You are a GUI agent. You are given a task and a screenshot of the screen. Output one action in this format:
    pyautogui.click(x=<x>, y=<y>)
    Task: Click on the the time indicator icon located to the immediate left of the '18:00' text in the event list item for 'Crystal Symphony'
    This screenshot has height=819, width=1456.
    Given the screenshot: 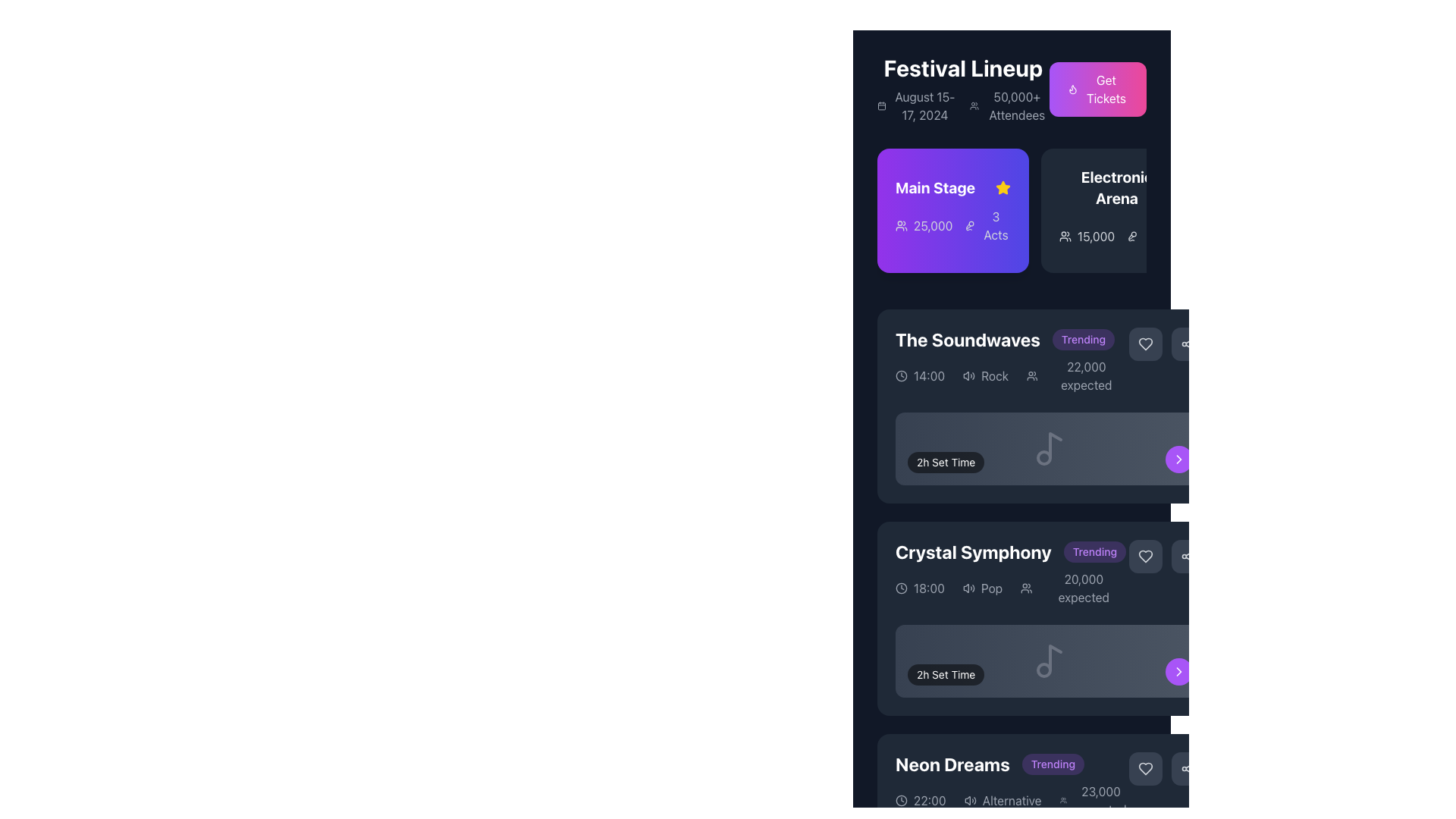 What is the action you would take?
    pyautogui.click(x=902, y=587)
    